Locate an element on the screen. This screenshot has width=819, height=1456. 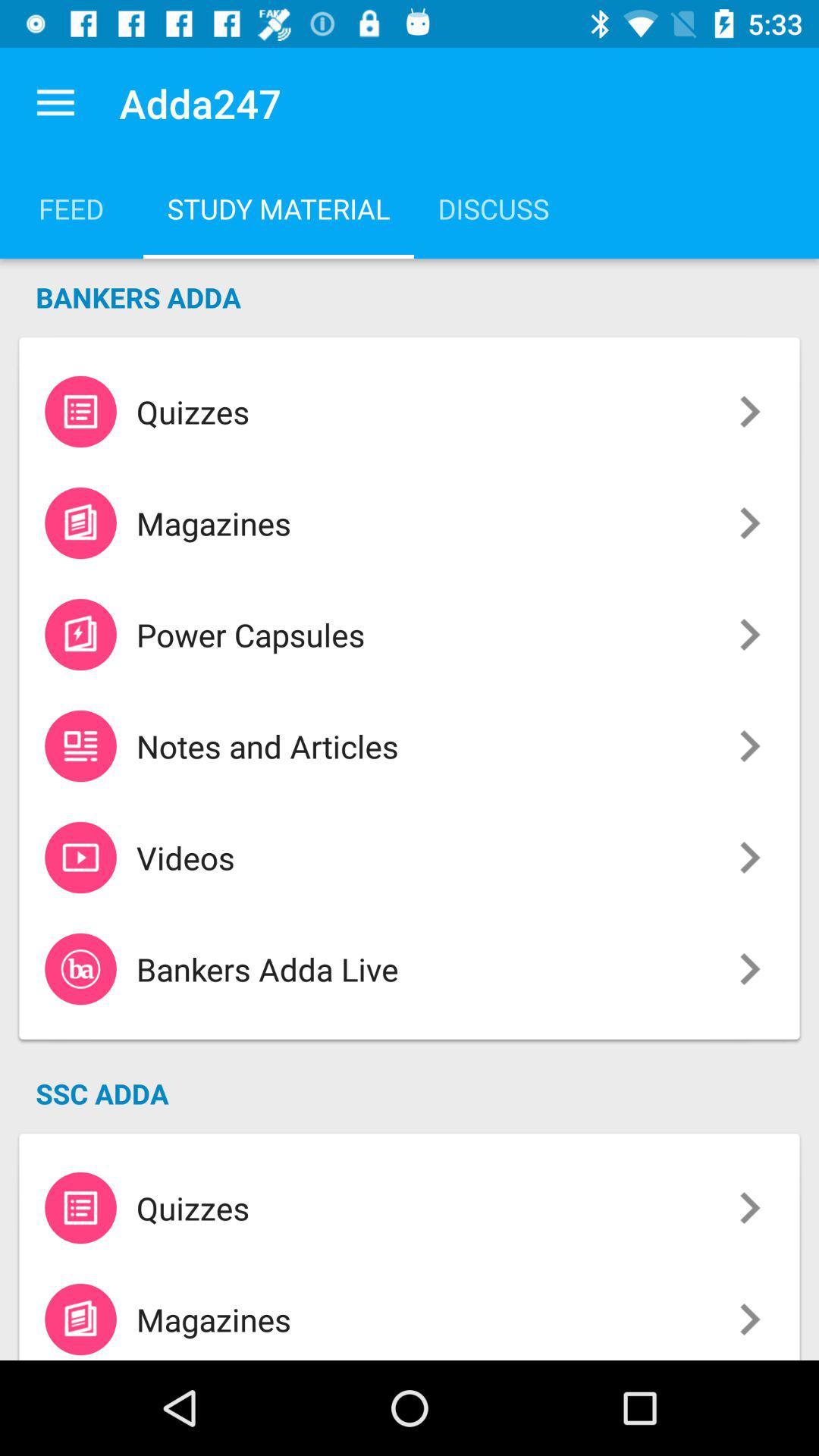
the first arrow which is next to quizzes is located at coordinates (749, 412).